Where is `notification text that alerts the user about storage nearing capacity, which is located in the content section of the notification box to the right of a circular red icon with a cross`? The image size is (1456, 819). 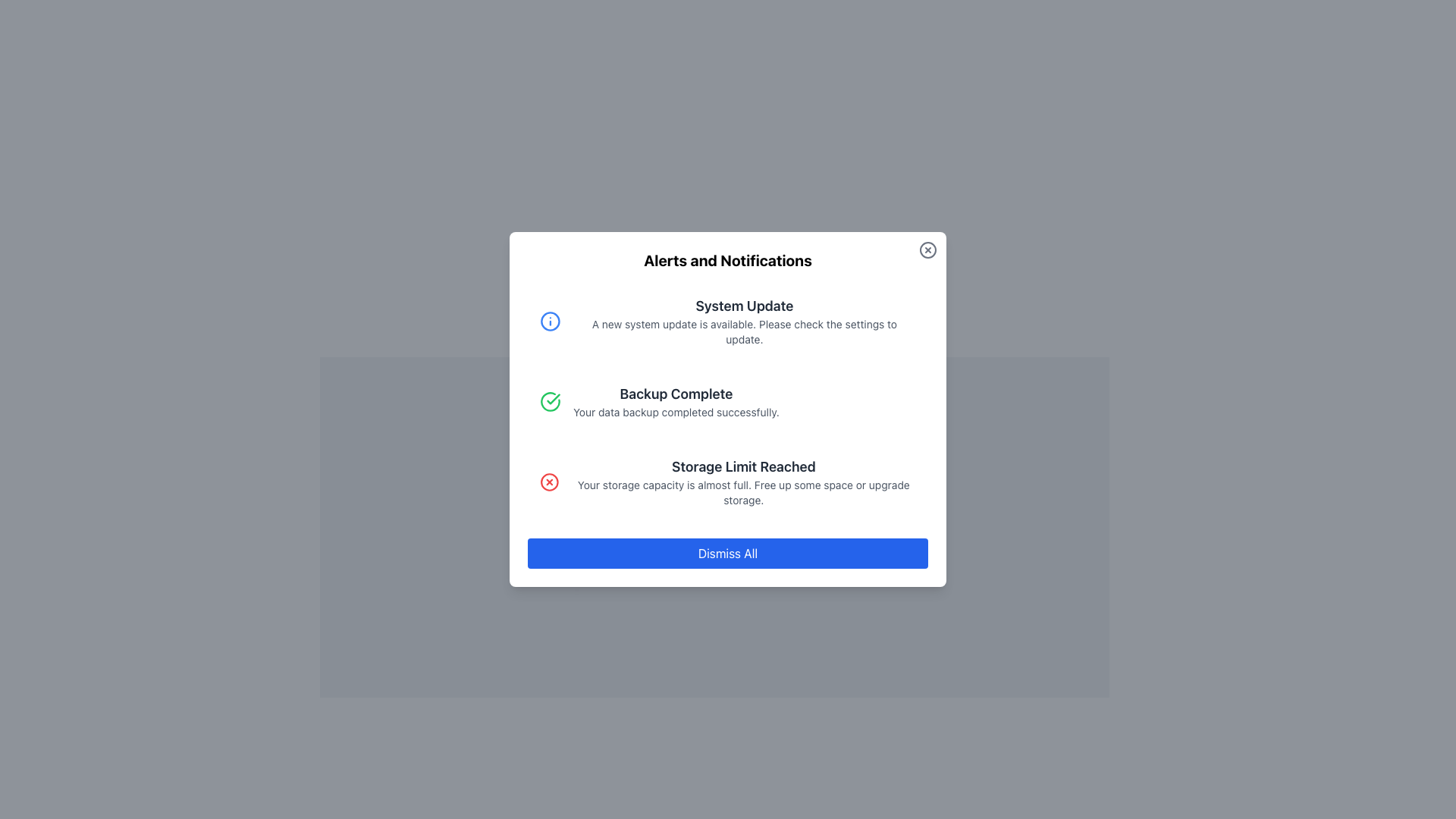
notification text that alerts the user about storage nearing capacity, which is located in the content section of the notification box to the right of a circular red icon with a cross is located at coordinates (743, 482).